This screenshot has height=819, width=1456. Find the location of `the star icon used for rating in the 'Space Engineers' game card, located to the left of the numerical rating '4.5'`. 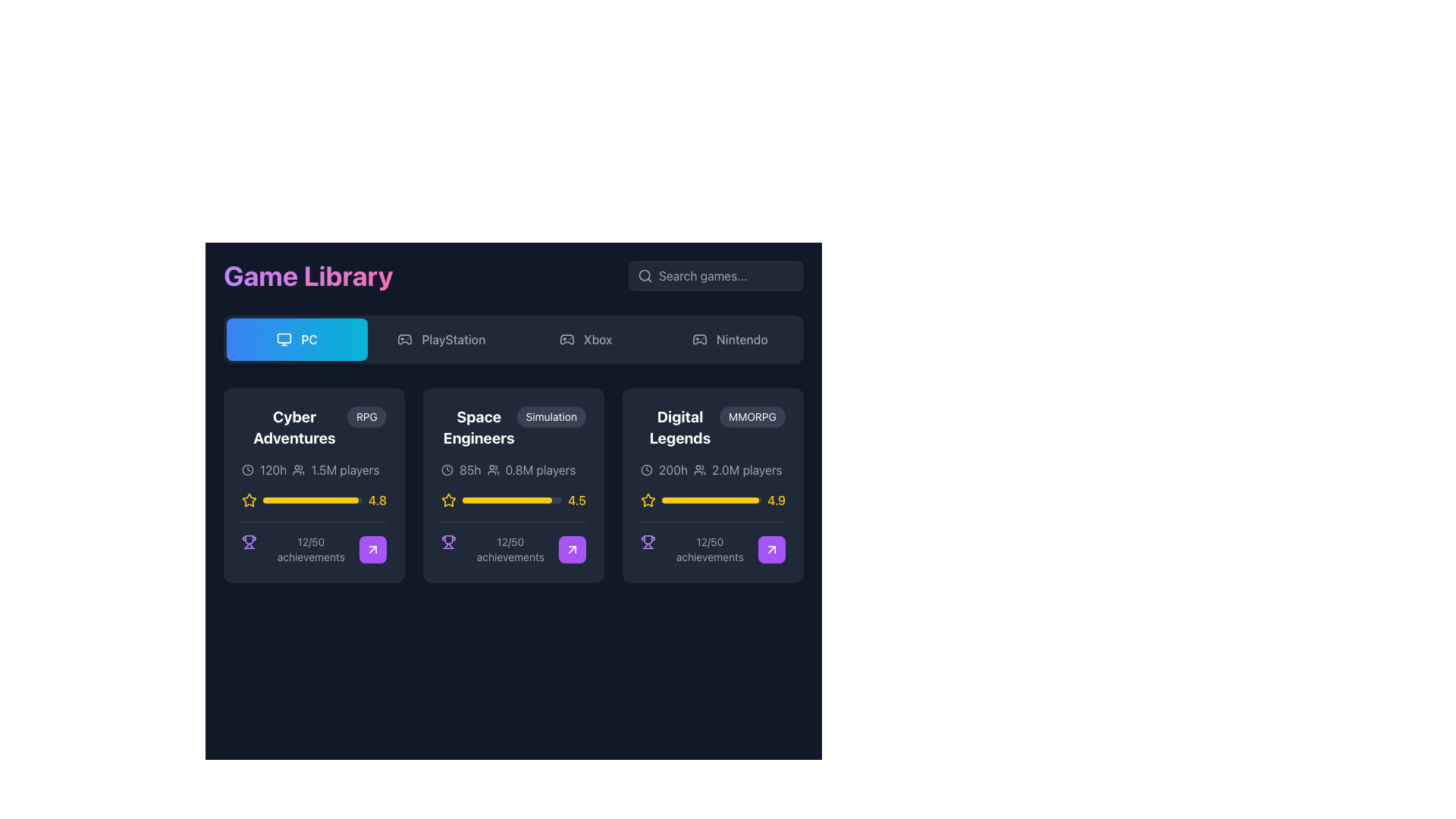

the star icon used for rating in the 'Space Engineers' game card, located to the left of the numerical rating '4.5' is located at coordinates (447, 500).